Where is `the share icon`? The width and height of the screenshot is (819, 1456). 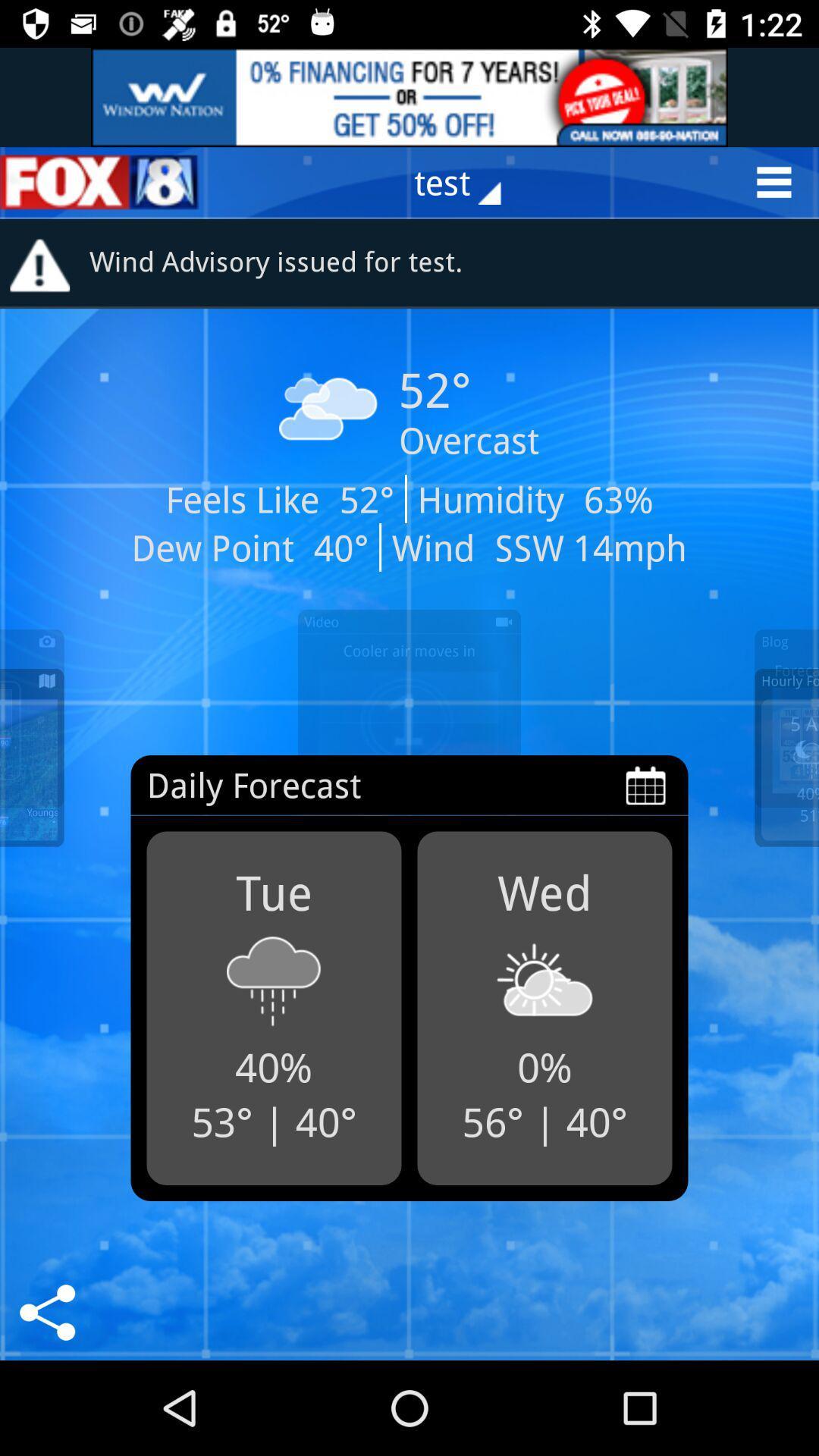
the share icon is located at coordinates (46, 1312).